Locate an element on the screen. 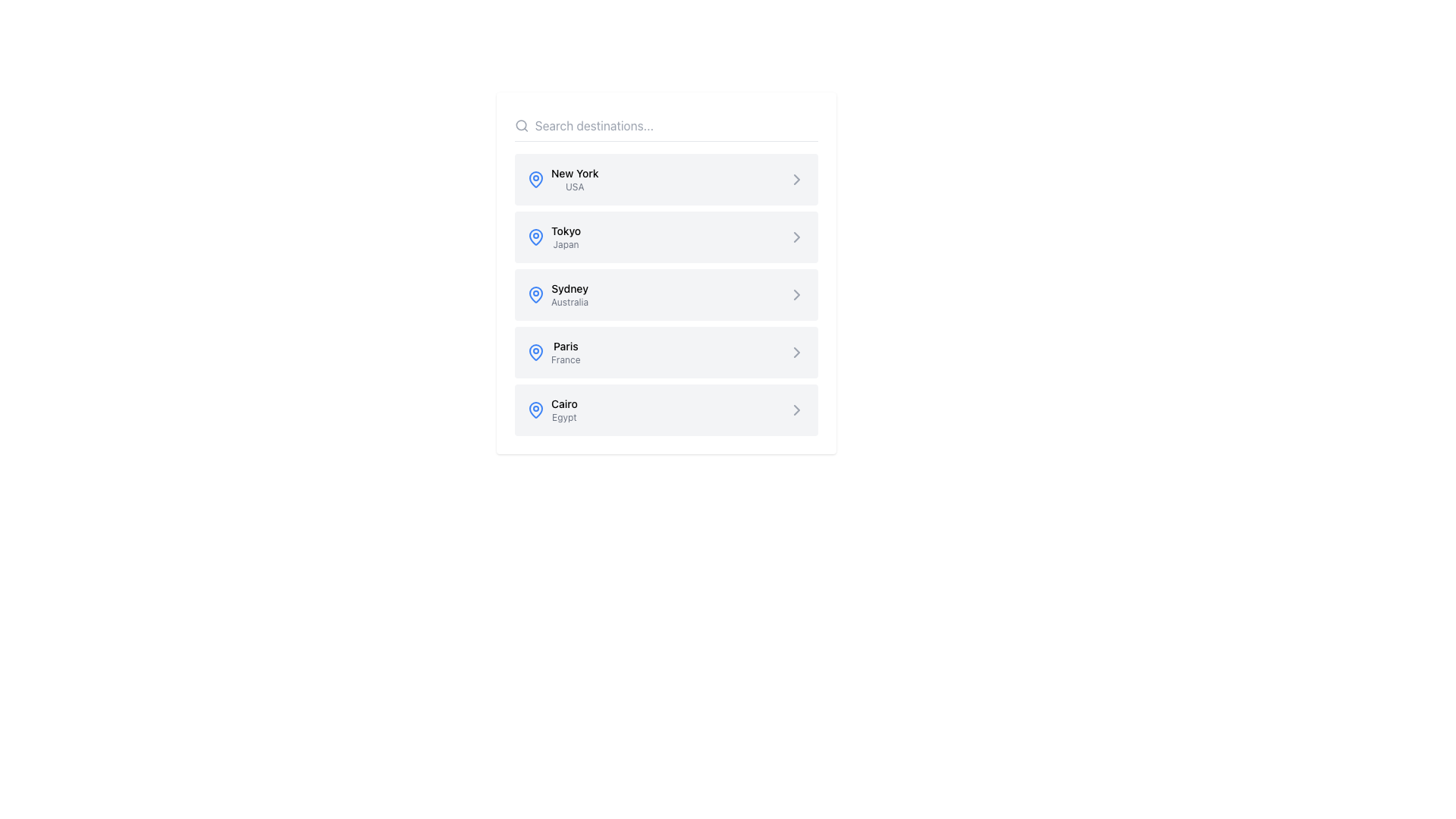 This screenshot has height=819, width=1456. the right-pointing chevron icon located next to the 'Sydney, Australia' list item, which is part of a column of similar navigation icons is located at coordinates (796, 295).